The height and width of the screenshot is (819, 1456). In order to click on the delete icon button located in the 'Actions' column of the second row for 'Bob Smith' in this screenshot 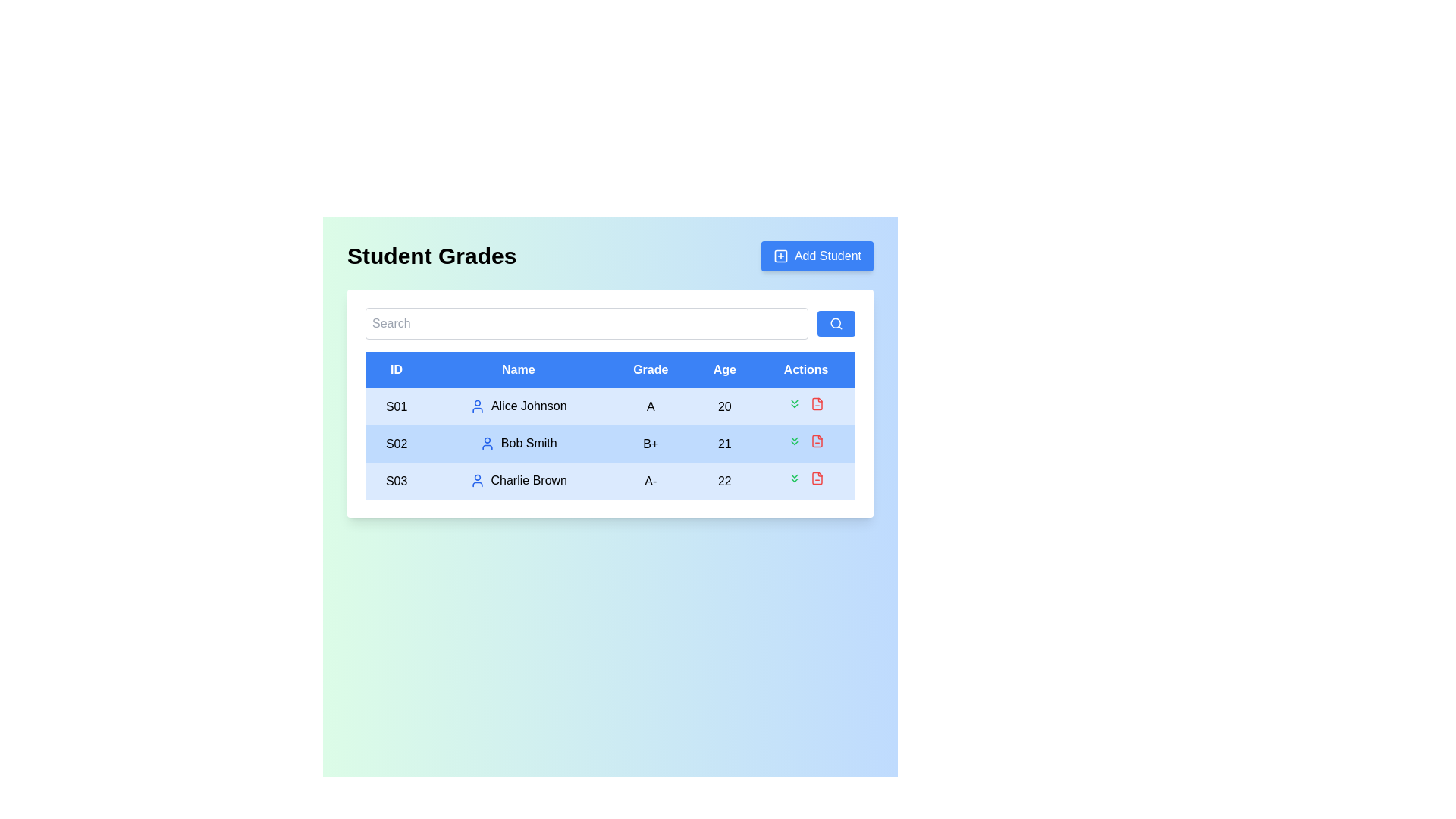, I will do `click(817, 441)`.